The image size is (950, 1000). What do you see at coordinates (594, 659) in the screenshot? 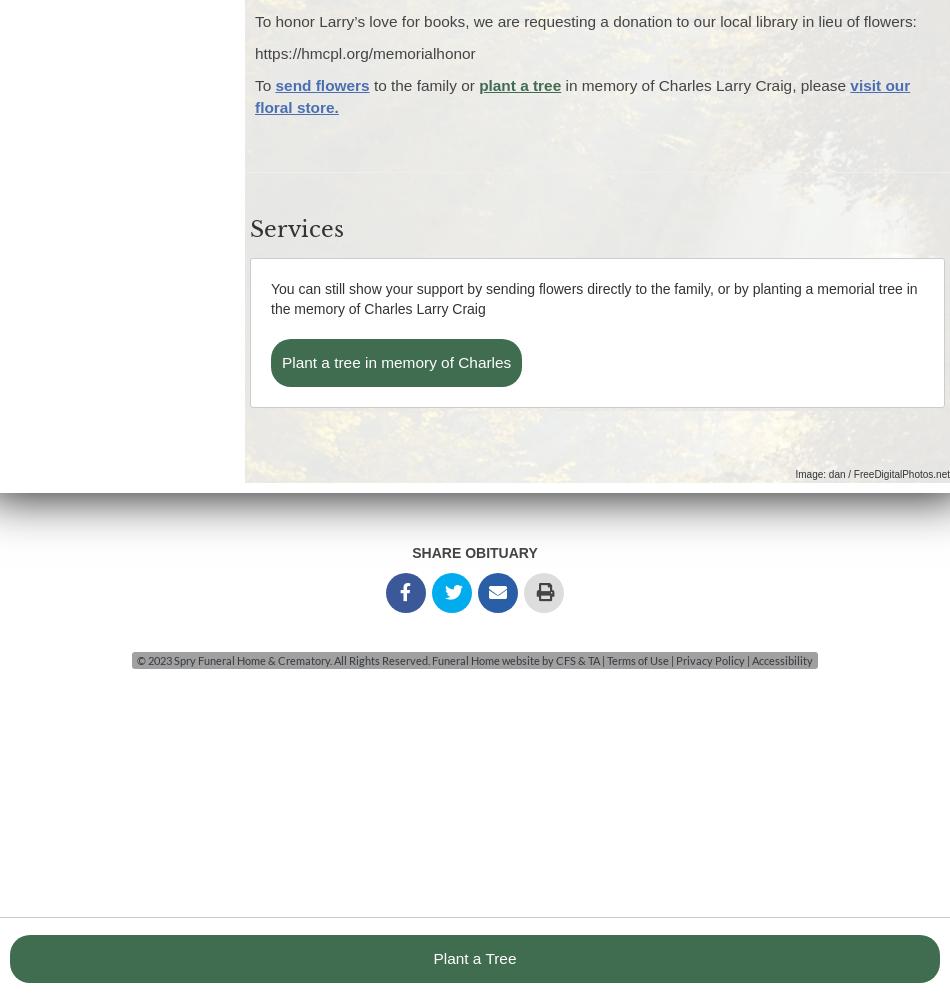
I see `'TA'` at bounding box center [594, 659].